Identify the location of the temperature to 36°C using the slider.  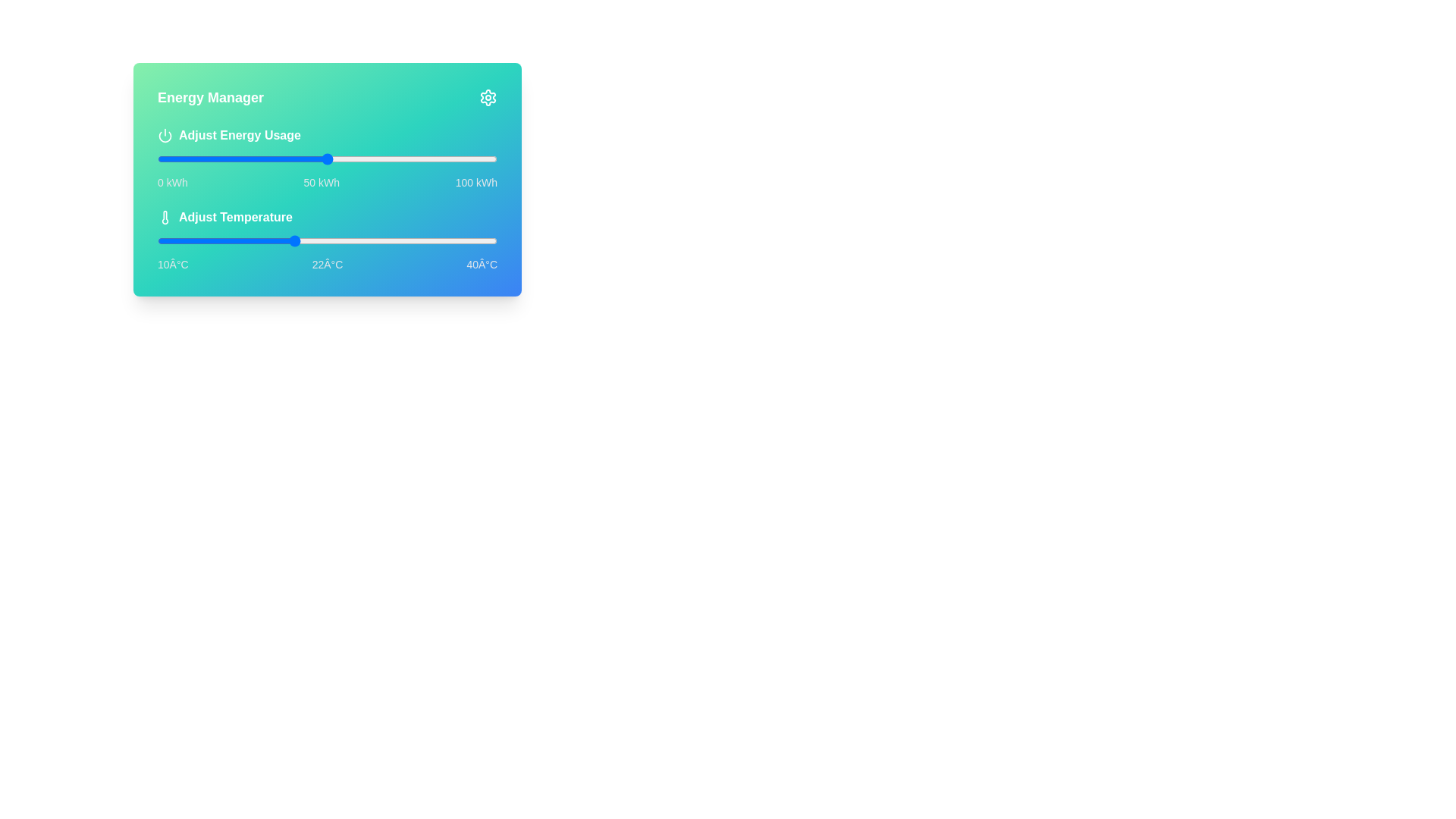
(451, 240).